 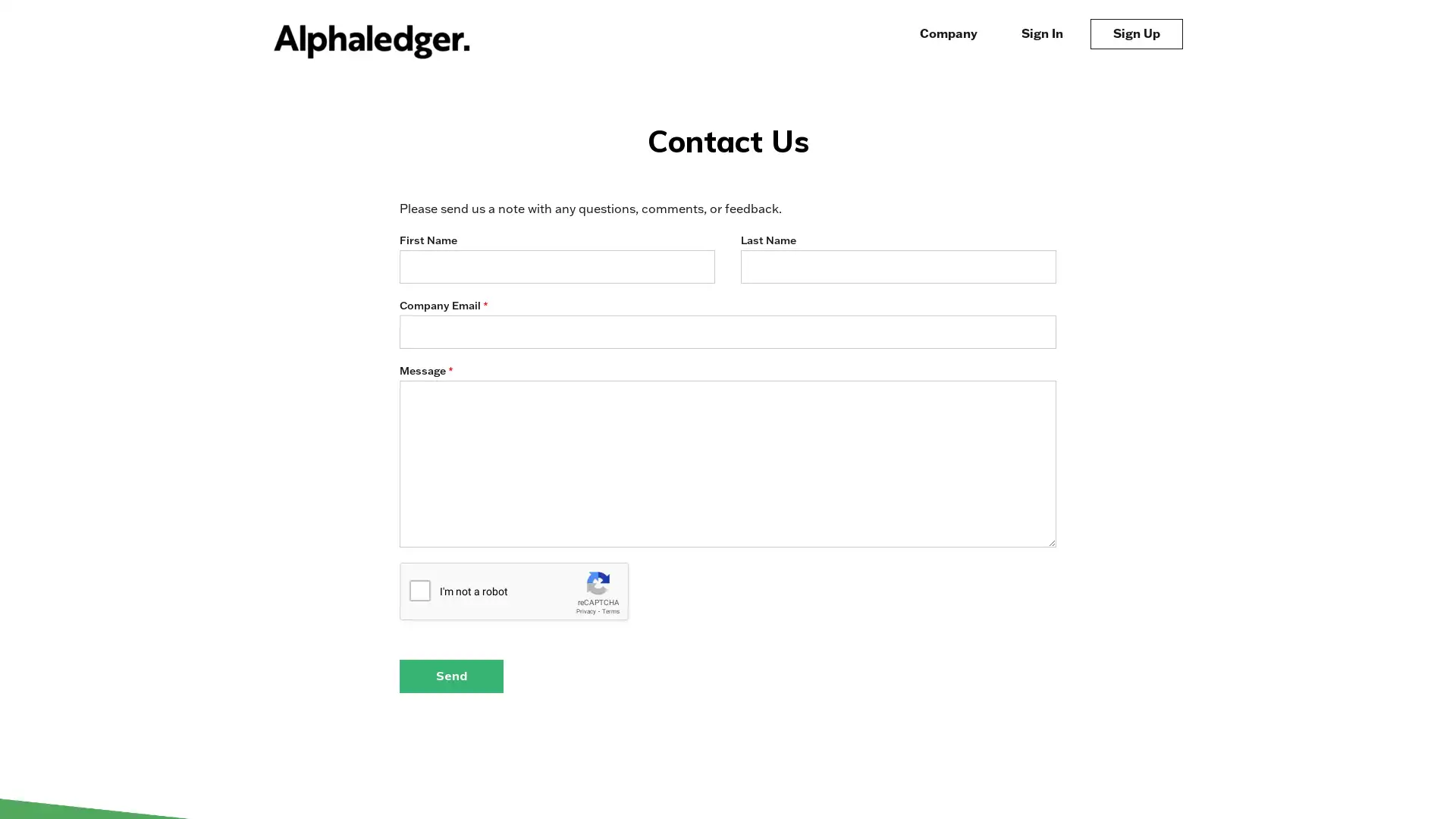 I want to click on Send, so click(x=450, y=675).